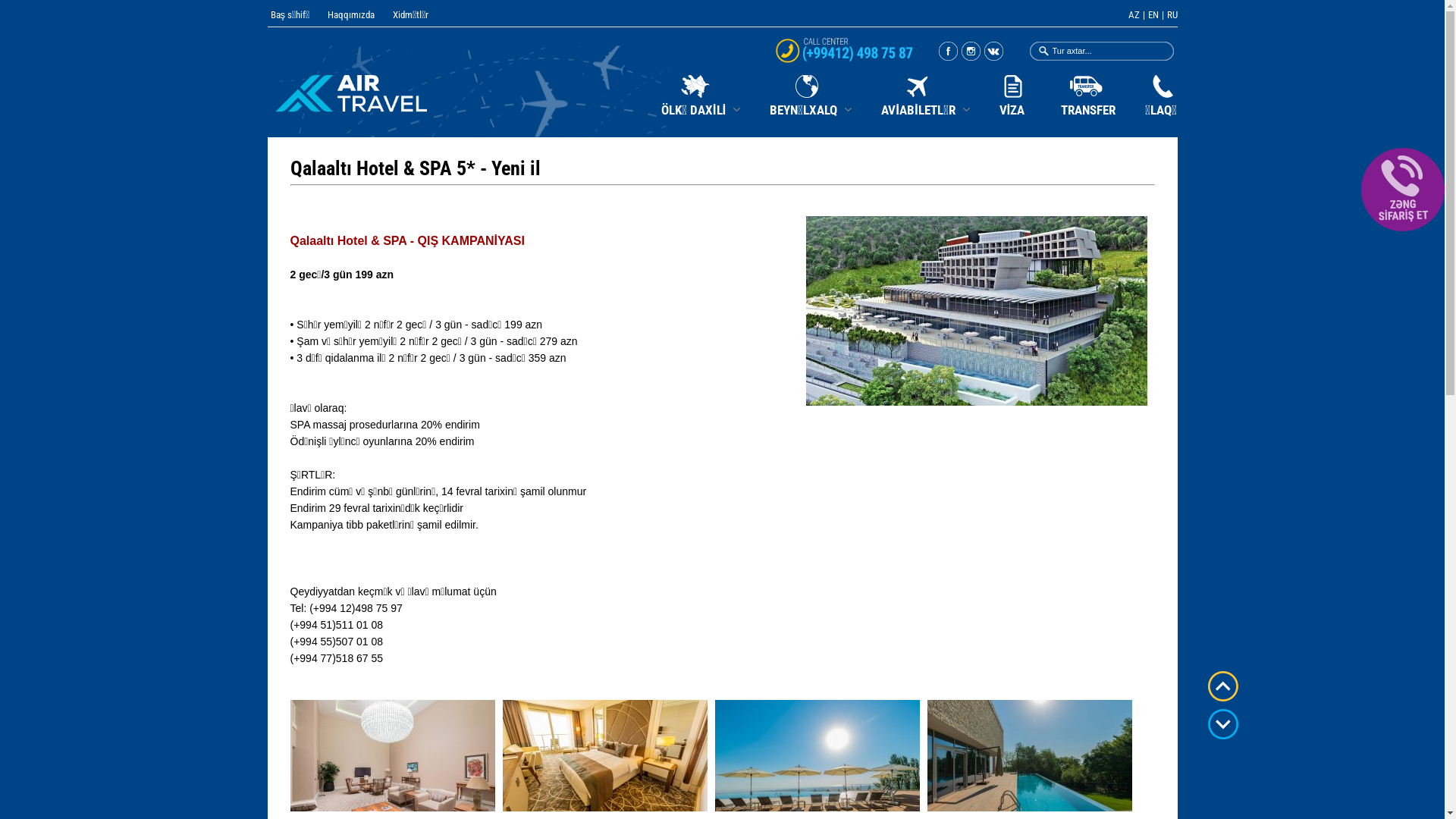 The height and width of the screenshot is (819, 1456). I want to click on 'RU', so click(1171, 14).